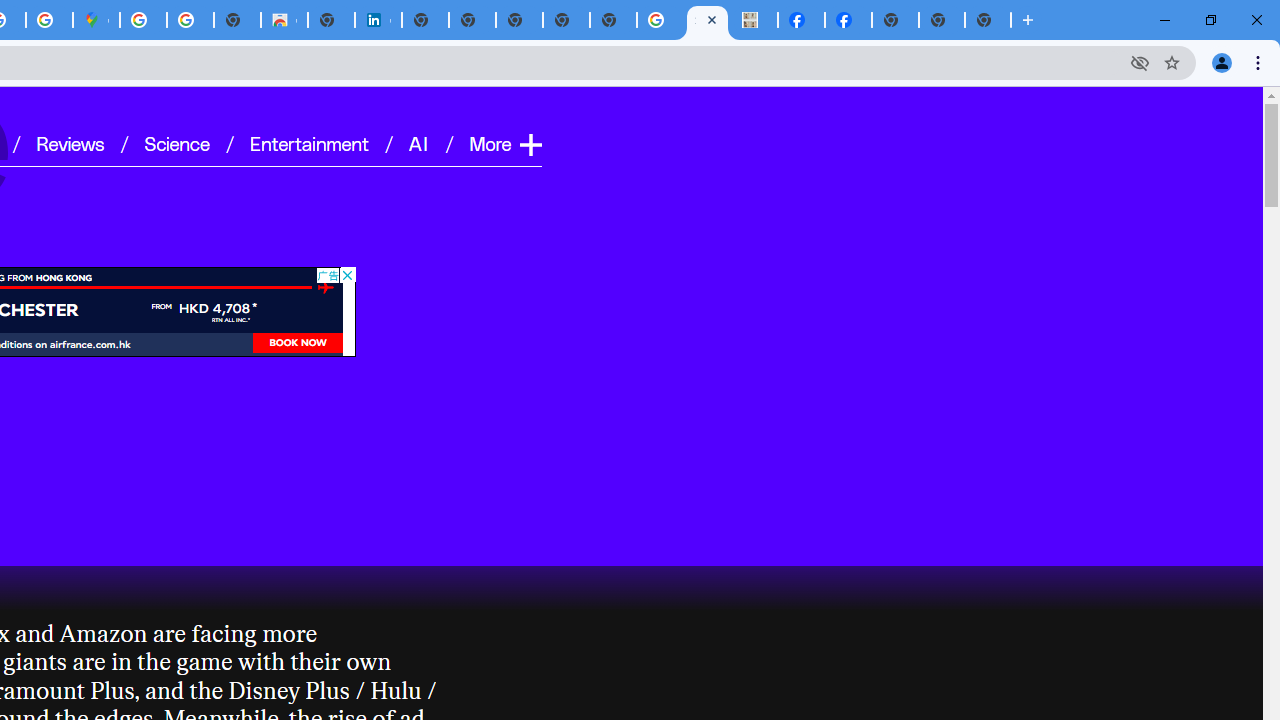 The image size is (1280, 720). I want to click on 'Cookie Policy | LinkedIn', so click(378, 20).